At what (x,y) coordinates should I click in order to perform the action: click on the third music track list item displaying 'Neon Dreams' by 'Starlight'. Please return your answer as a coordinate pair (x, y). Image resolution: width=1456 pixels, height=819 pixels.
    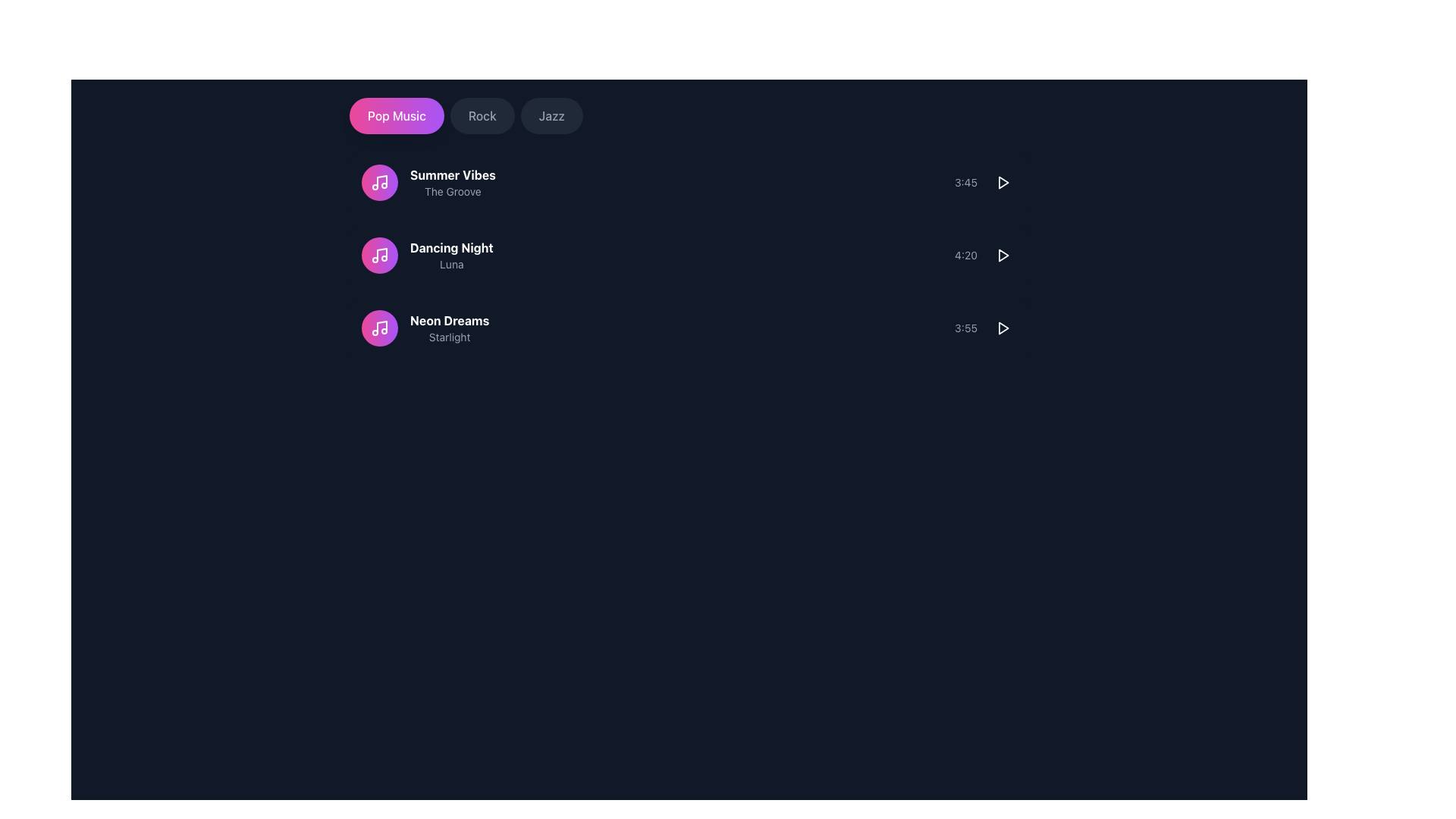
    Looking at the image, I should click on (658, 327).